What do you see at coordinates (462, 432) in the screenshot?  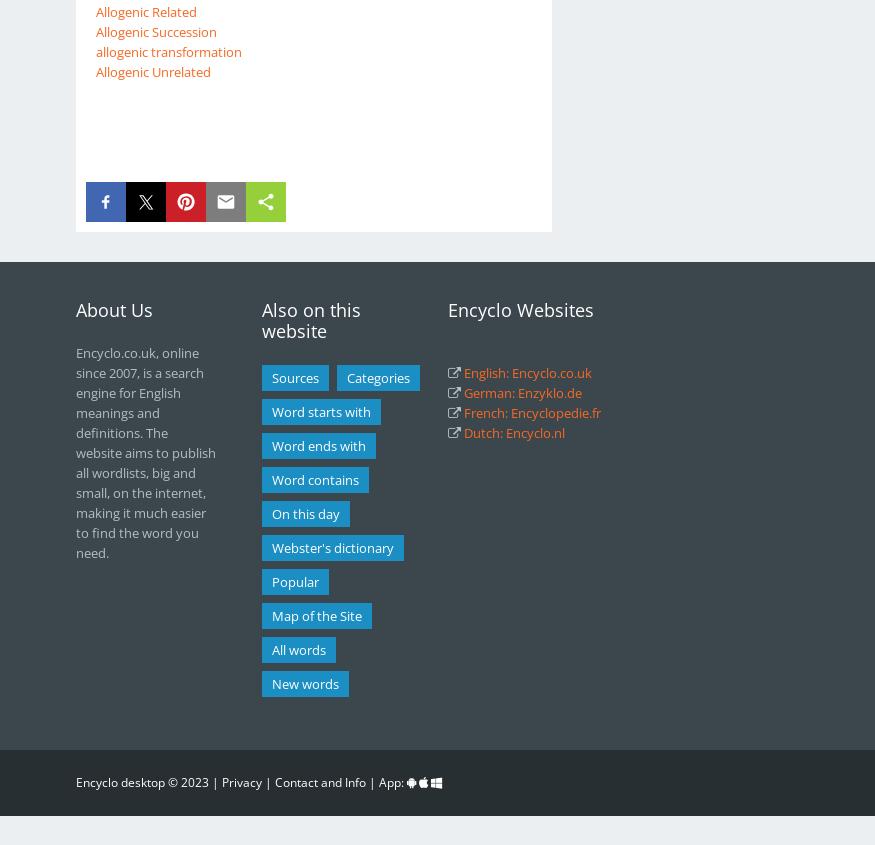 I see `'Dutch: Encyclo.nl'` at bounding box center [462, 432].